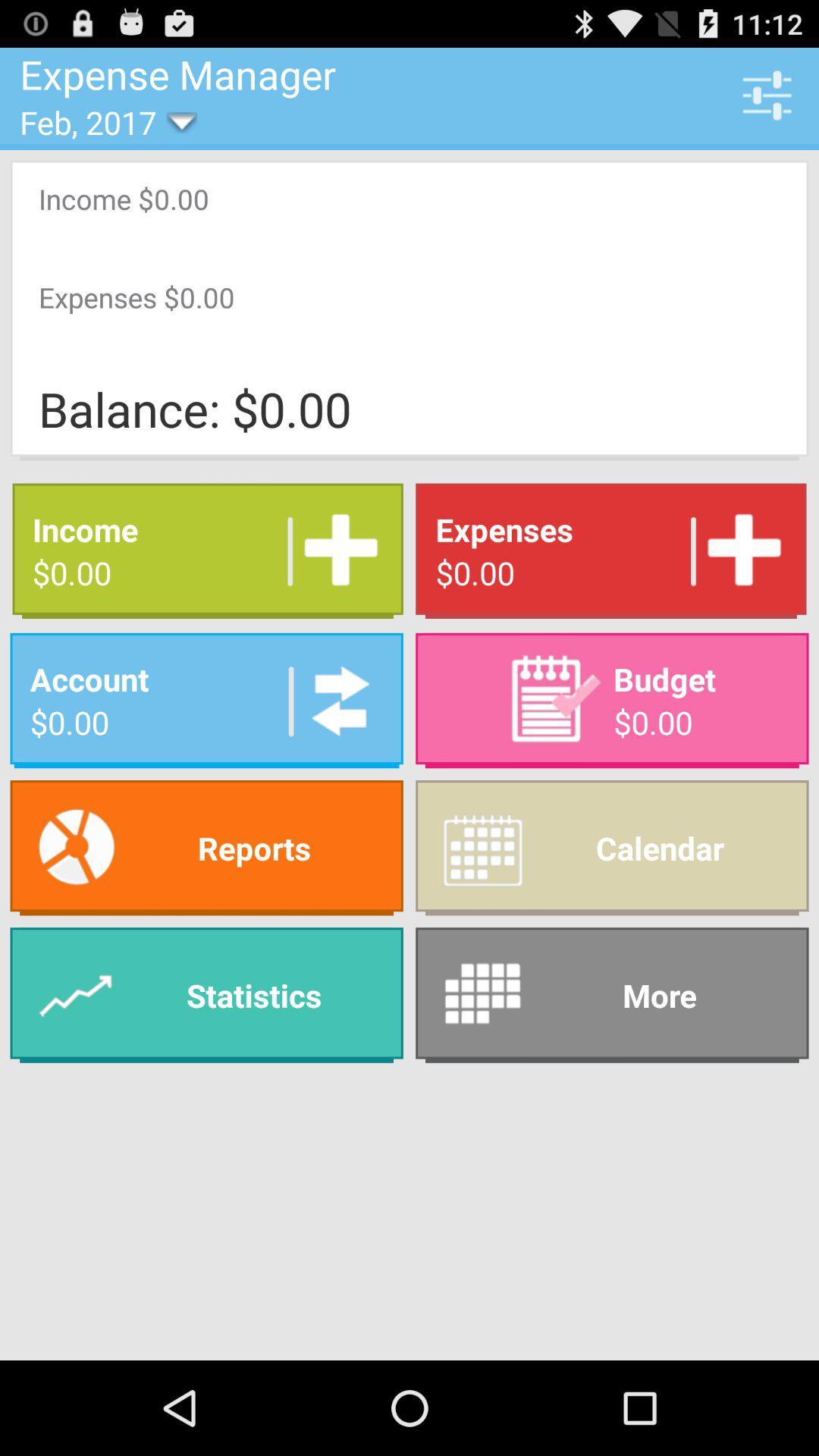  I want to click on incoome, so click(334, 550).